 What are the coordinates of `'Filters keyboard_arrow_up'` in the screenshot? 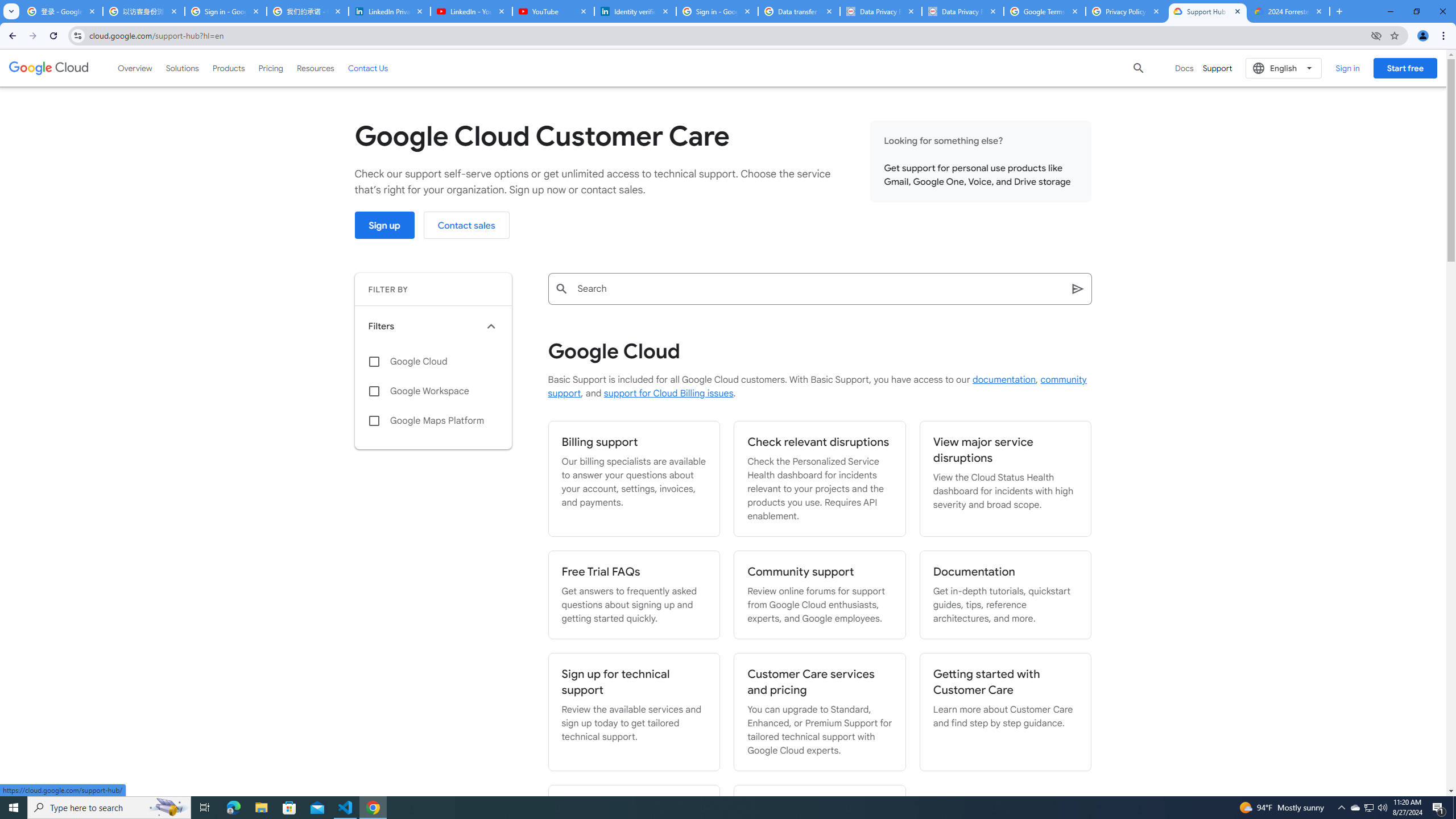 It's located at (433, 326).